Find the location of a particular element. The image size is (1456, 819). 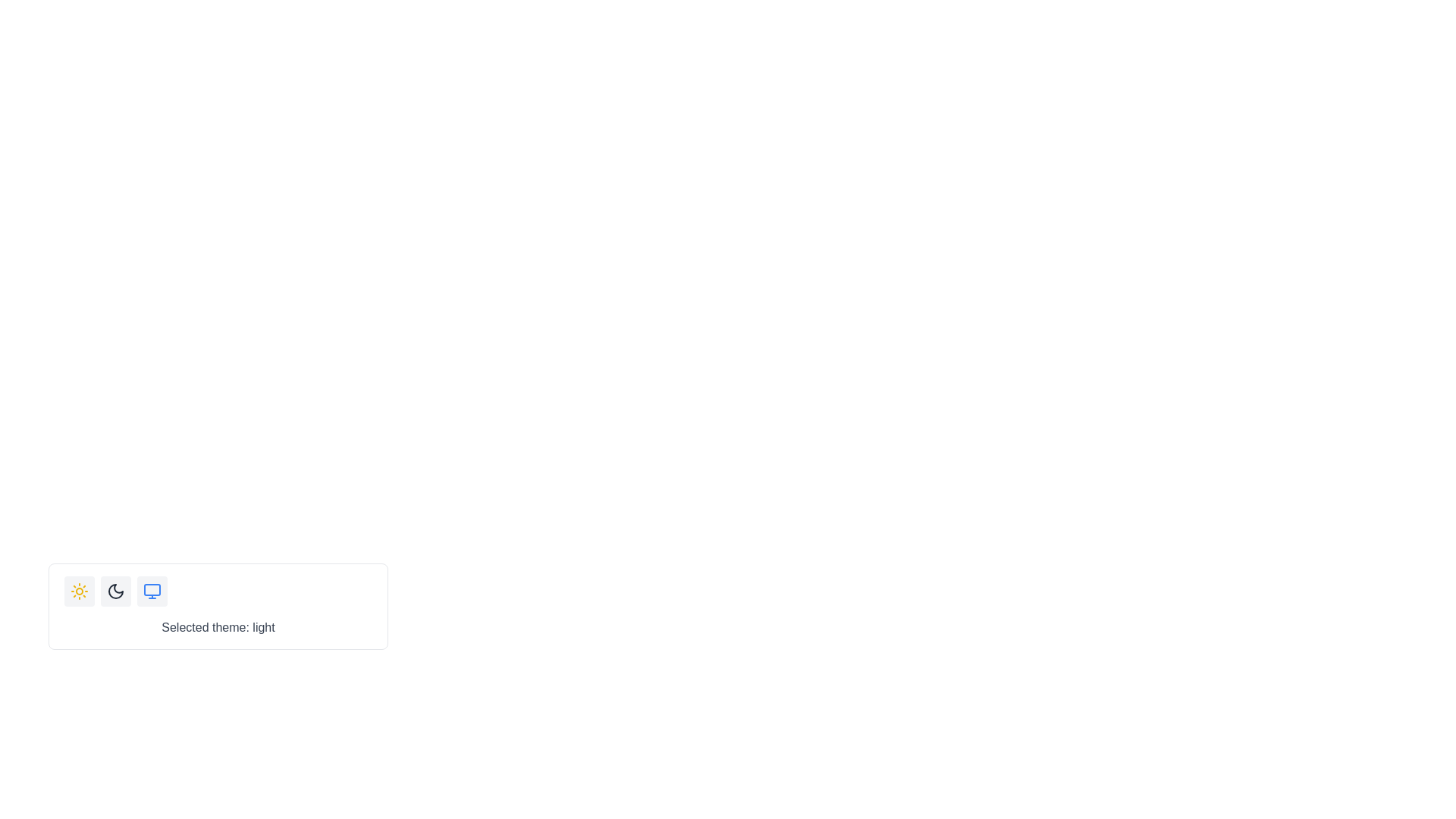

the crescent moon icon in the thematic toggle control section is located at coordinates (115, 590).